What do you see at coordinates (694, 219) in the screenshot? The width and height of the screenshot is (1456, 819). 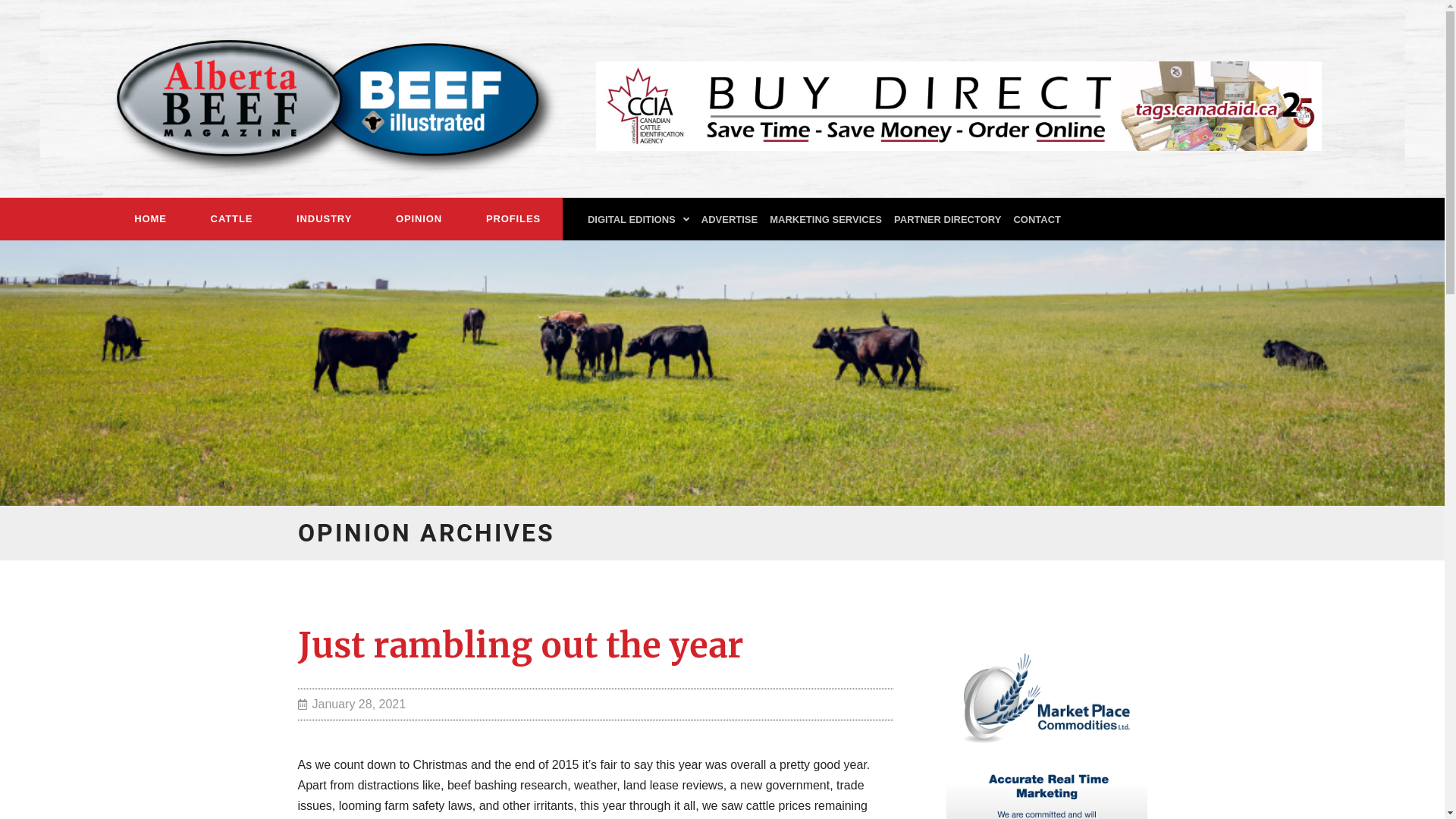 I see `'ADVERTISE'` at bounding box center [694, 219].